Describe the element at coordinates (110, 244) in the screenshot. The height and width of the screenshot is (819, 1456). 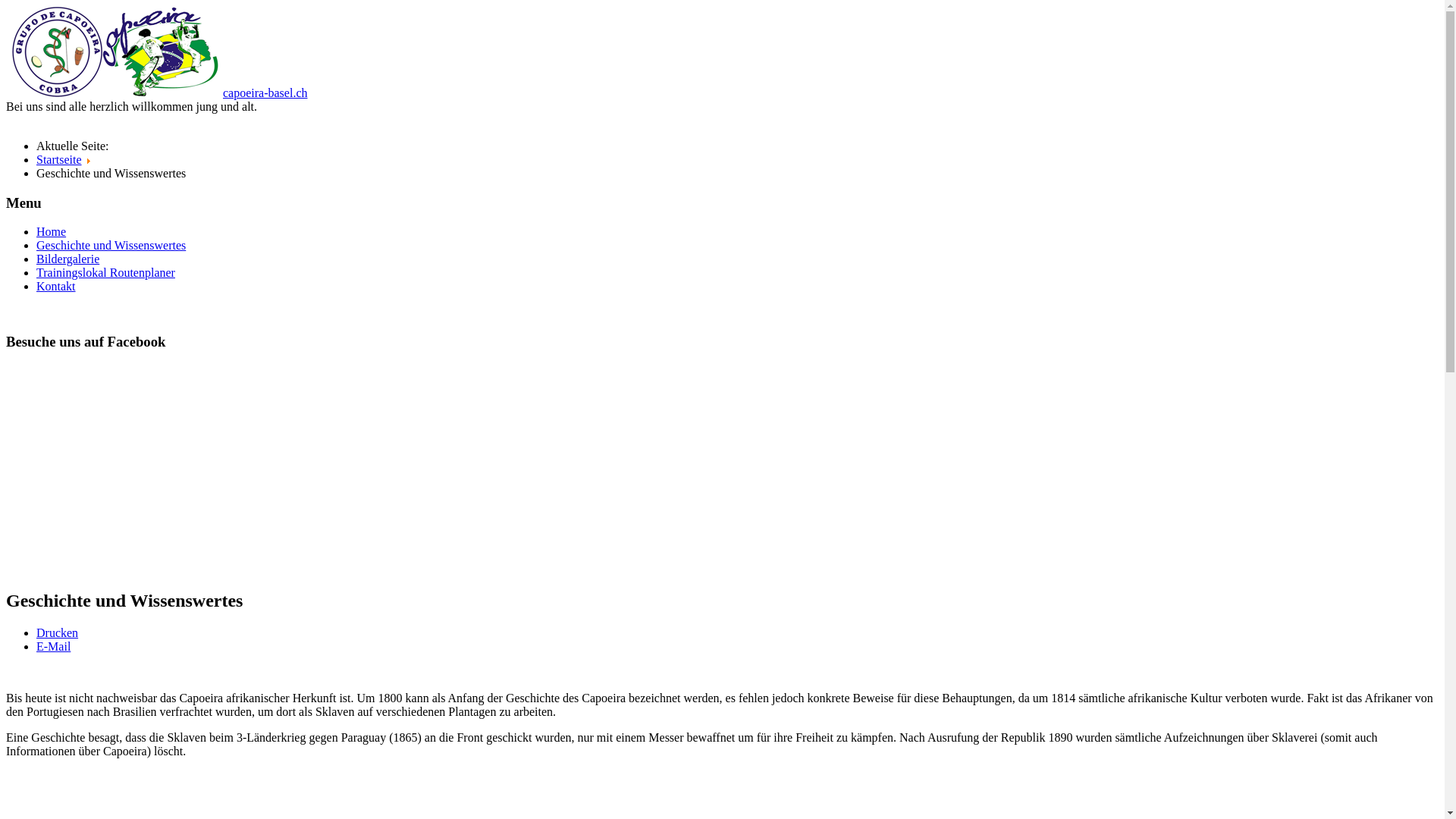
I see `'Geschichte und Wissenswertes'` at that location.